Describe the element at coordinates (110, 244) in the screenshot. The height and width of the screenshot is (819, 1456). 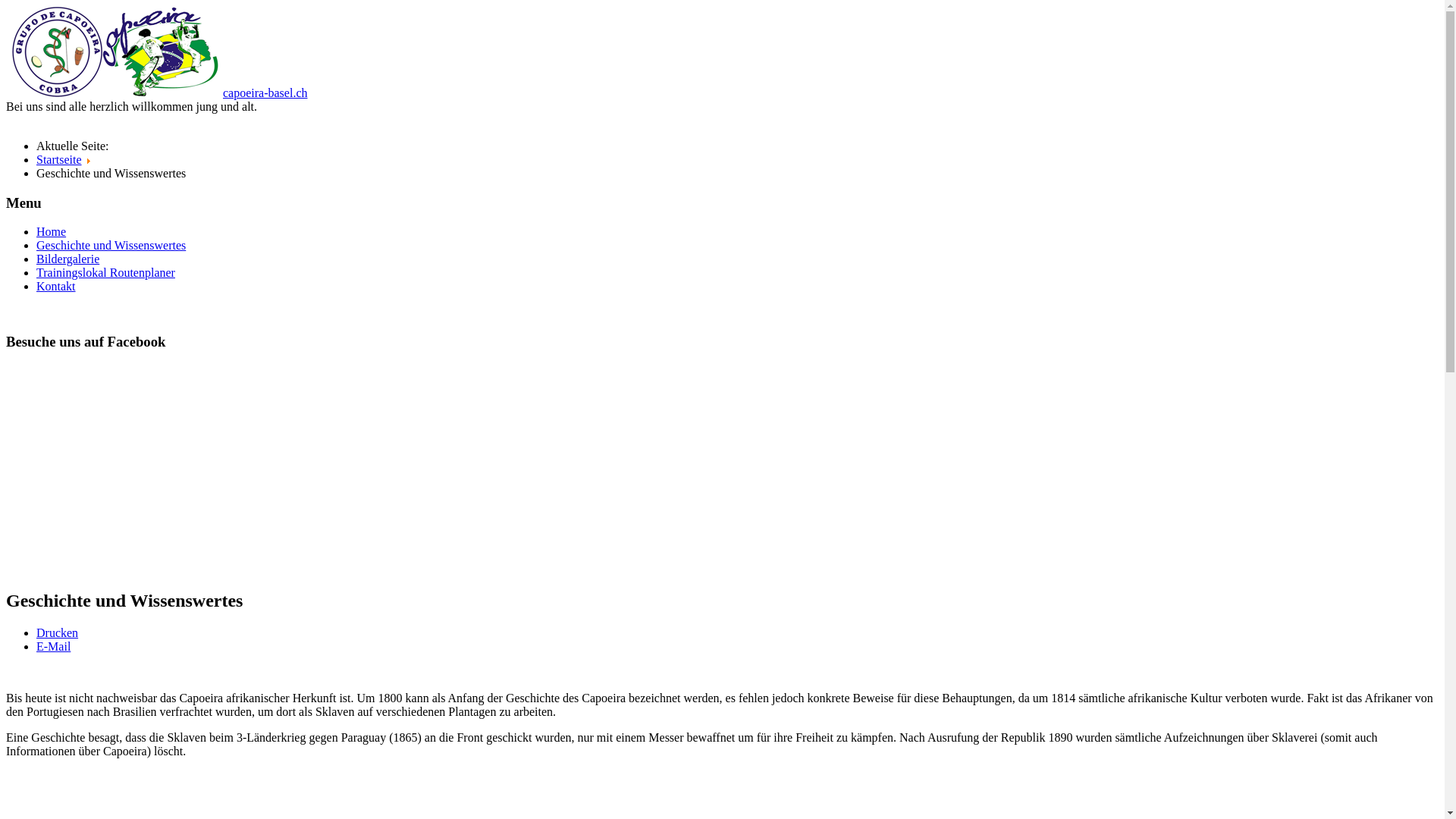
I see `'Geschichte und Wissenswertes'` at that location.